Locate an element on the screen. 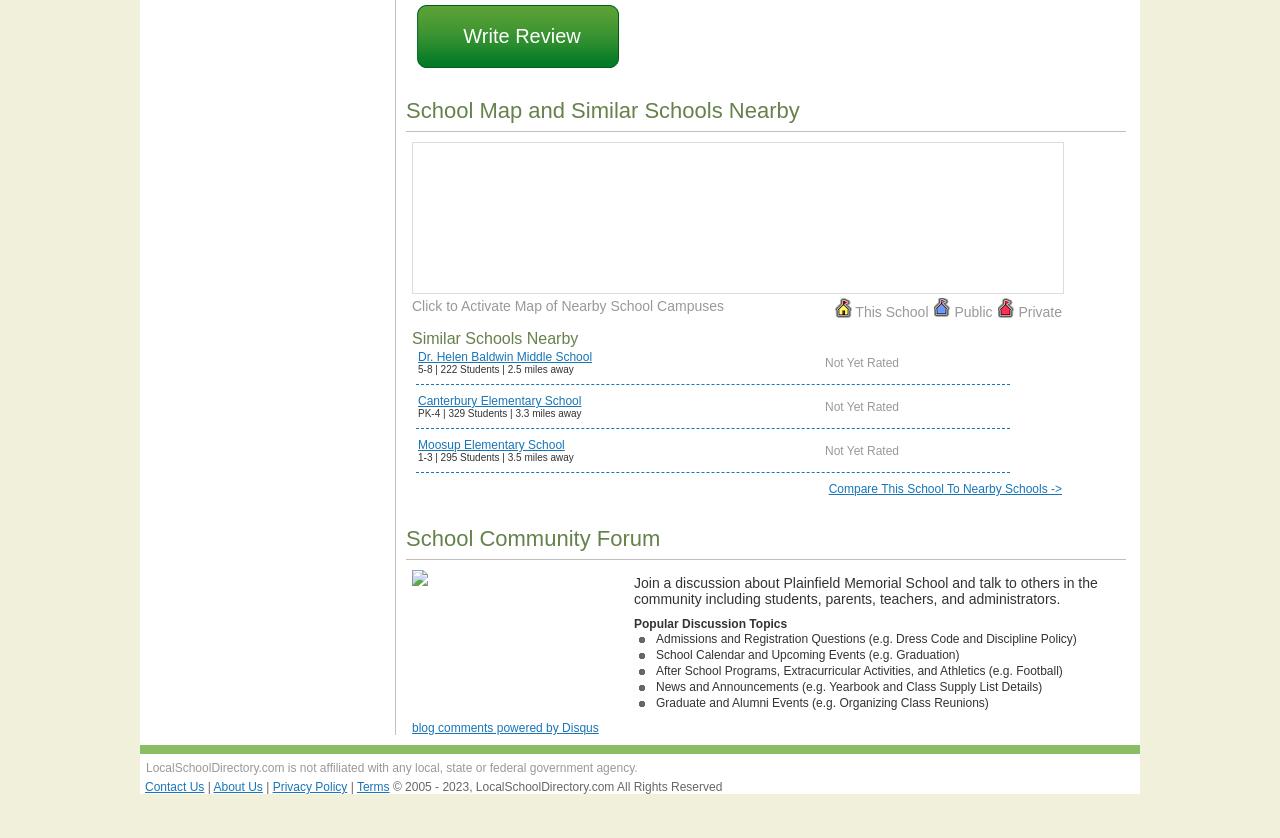 The width and height of the screenshot is (1280, 838). 'Write Review' is located at coordinates (521, 36).